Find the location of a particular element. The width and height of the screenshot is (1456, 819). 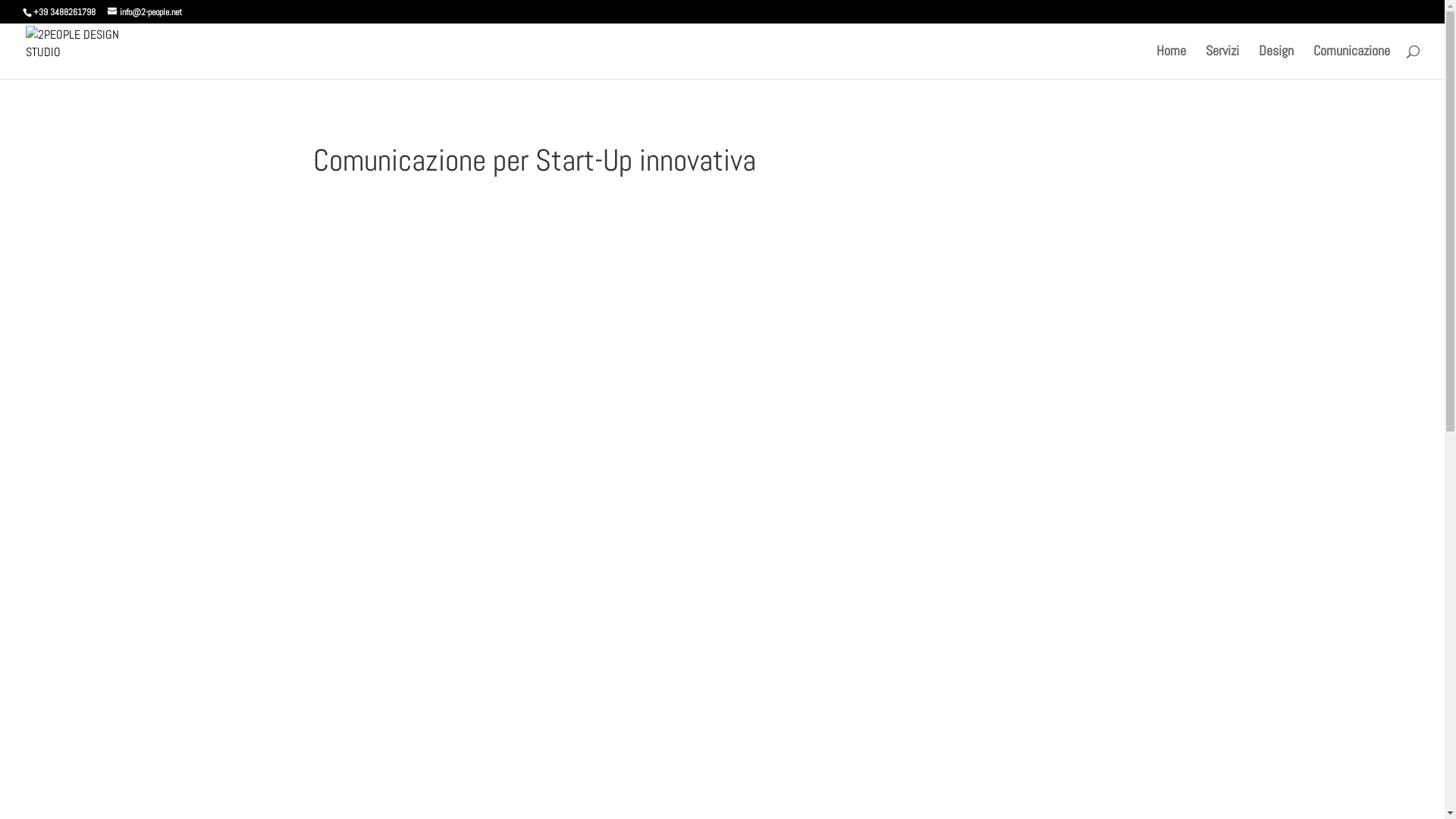

'Servizi' is located at coordinates (1222, 61).